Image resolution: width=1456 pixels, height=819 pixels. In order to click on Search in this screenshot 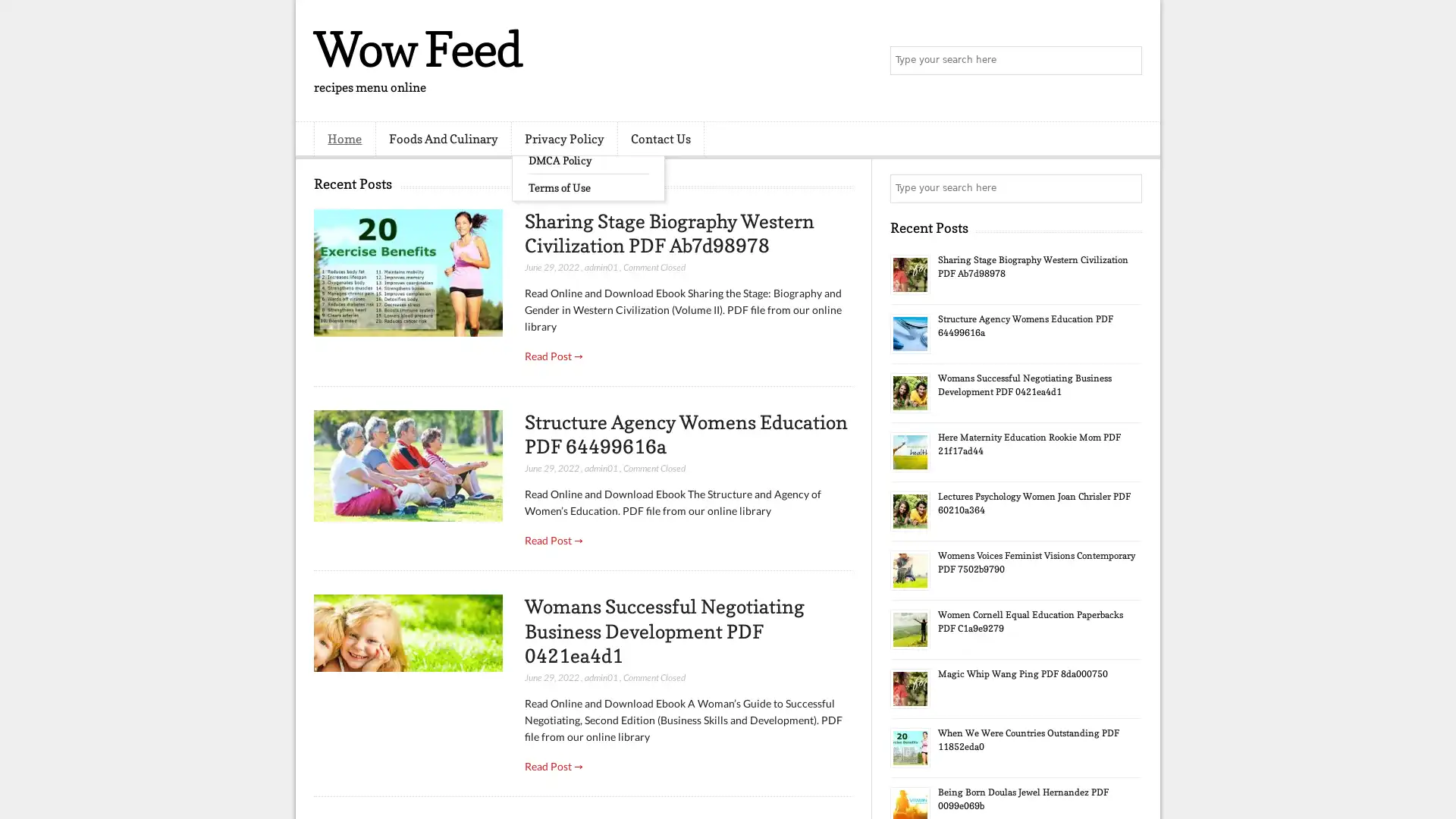, I will do `click(1126, 188)`.